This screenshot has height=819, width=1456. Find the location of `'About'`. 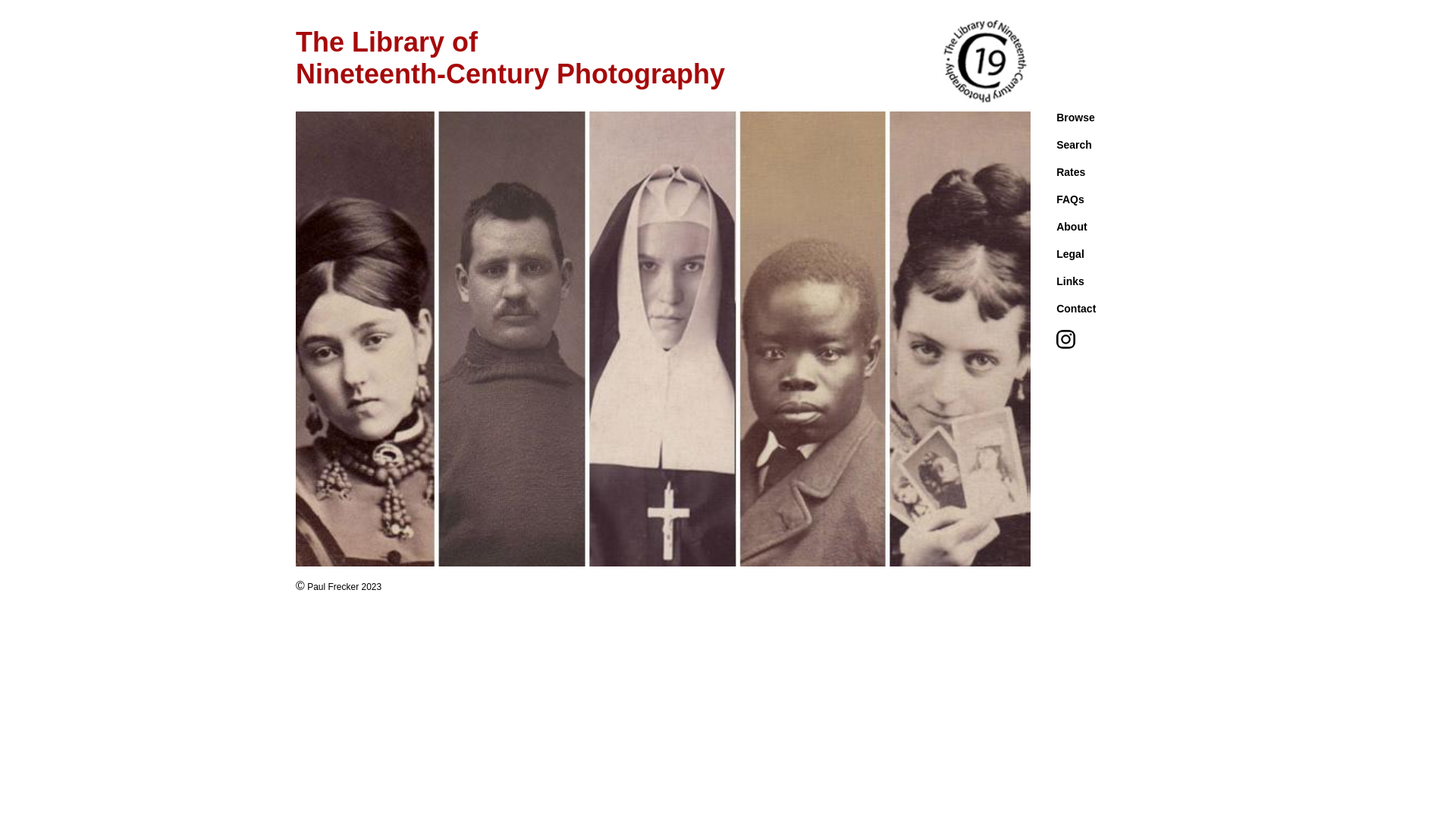

'About' is located at coordinates (1070, 227).